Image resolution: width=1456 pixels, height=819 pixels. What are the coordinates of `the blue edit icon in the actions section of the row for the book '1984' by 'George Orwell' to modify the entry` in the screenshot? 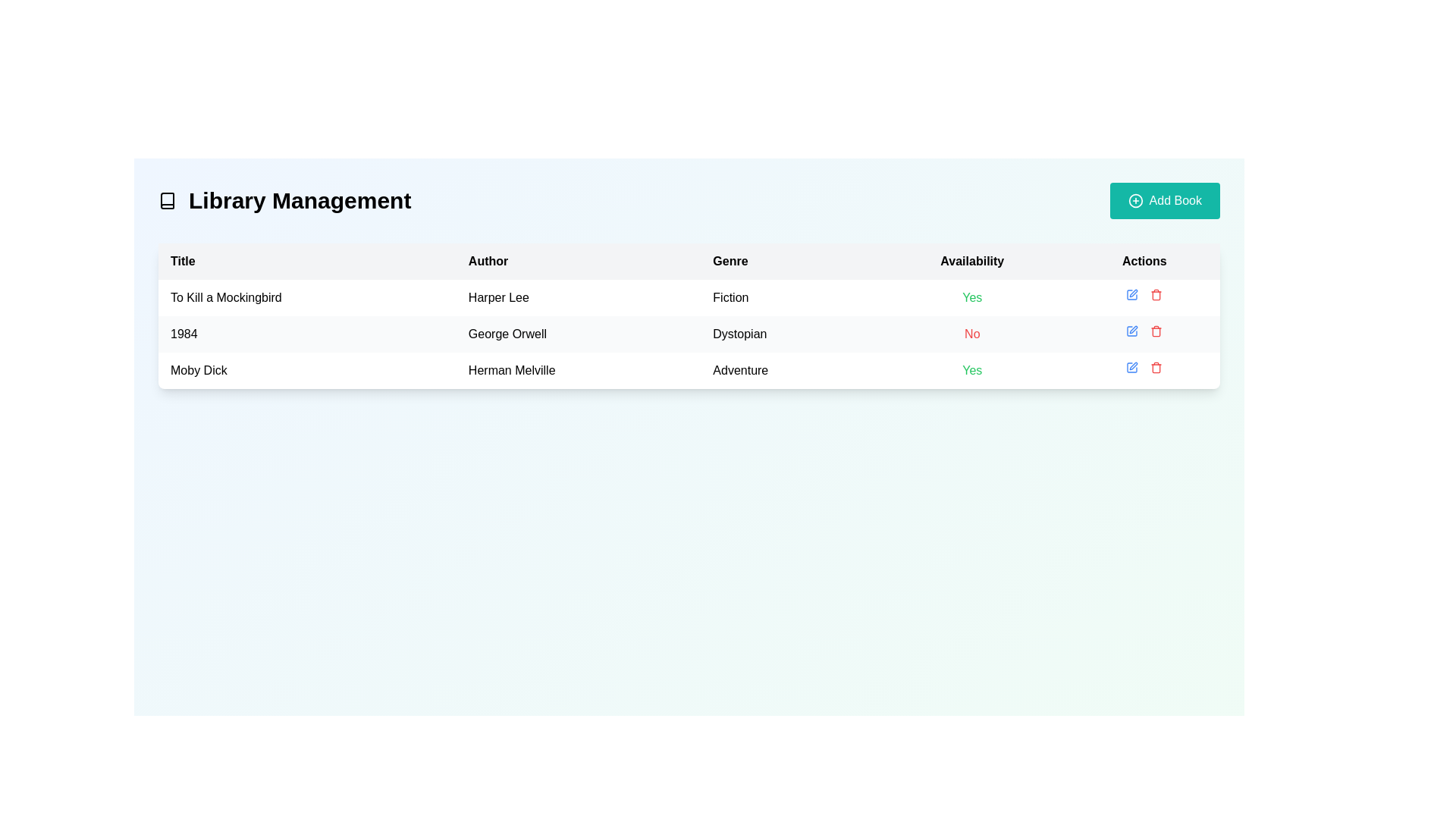 It's located at (1144, 330).